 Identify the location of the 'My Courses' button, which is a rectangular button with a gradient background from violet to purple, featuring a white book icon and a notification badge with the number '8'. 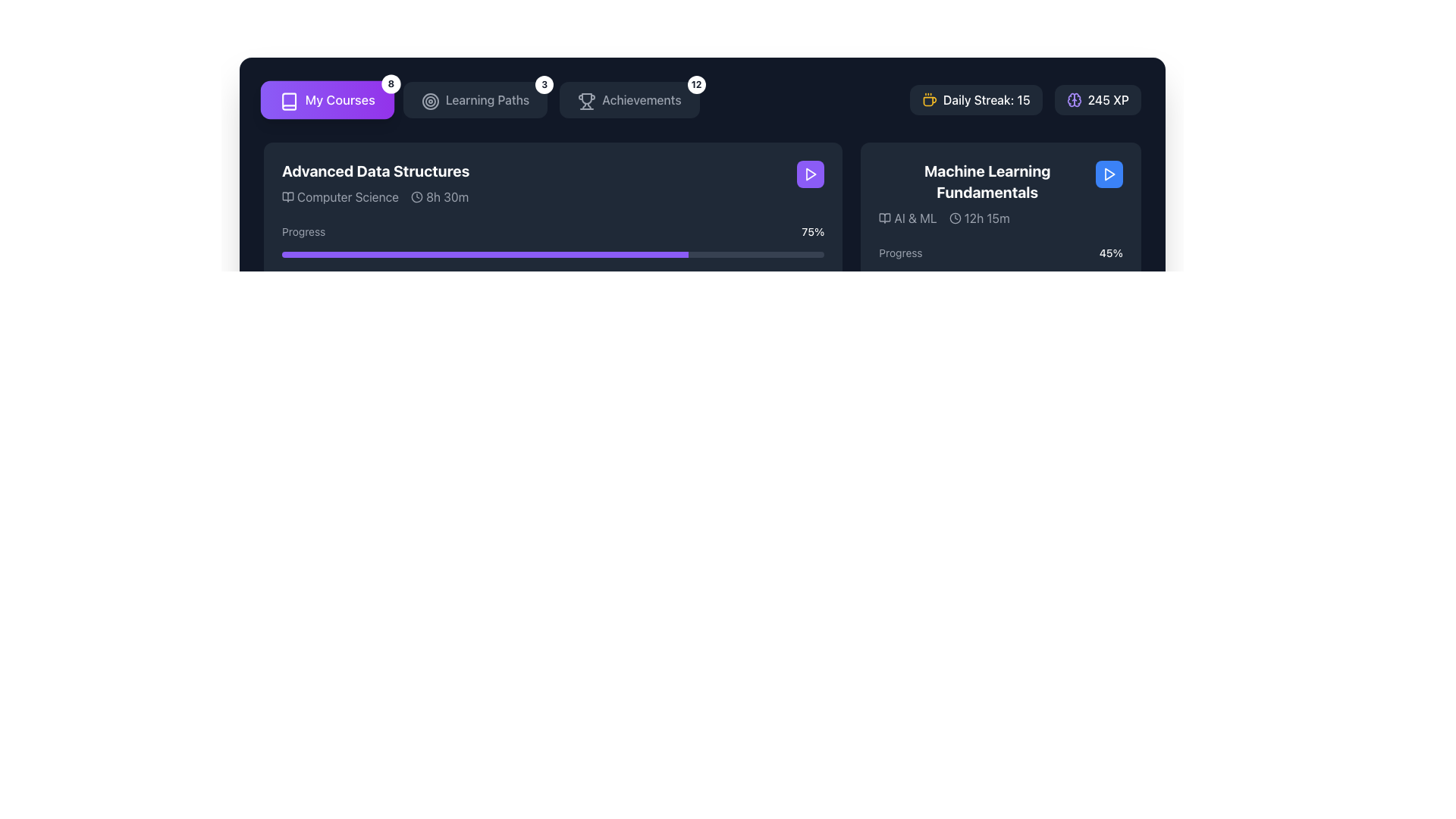
(327, 99).